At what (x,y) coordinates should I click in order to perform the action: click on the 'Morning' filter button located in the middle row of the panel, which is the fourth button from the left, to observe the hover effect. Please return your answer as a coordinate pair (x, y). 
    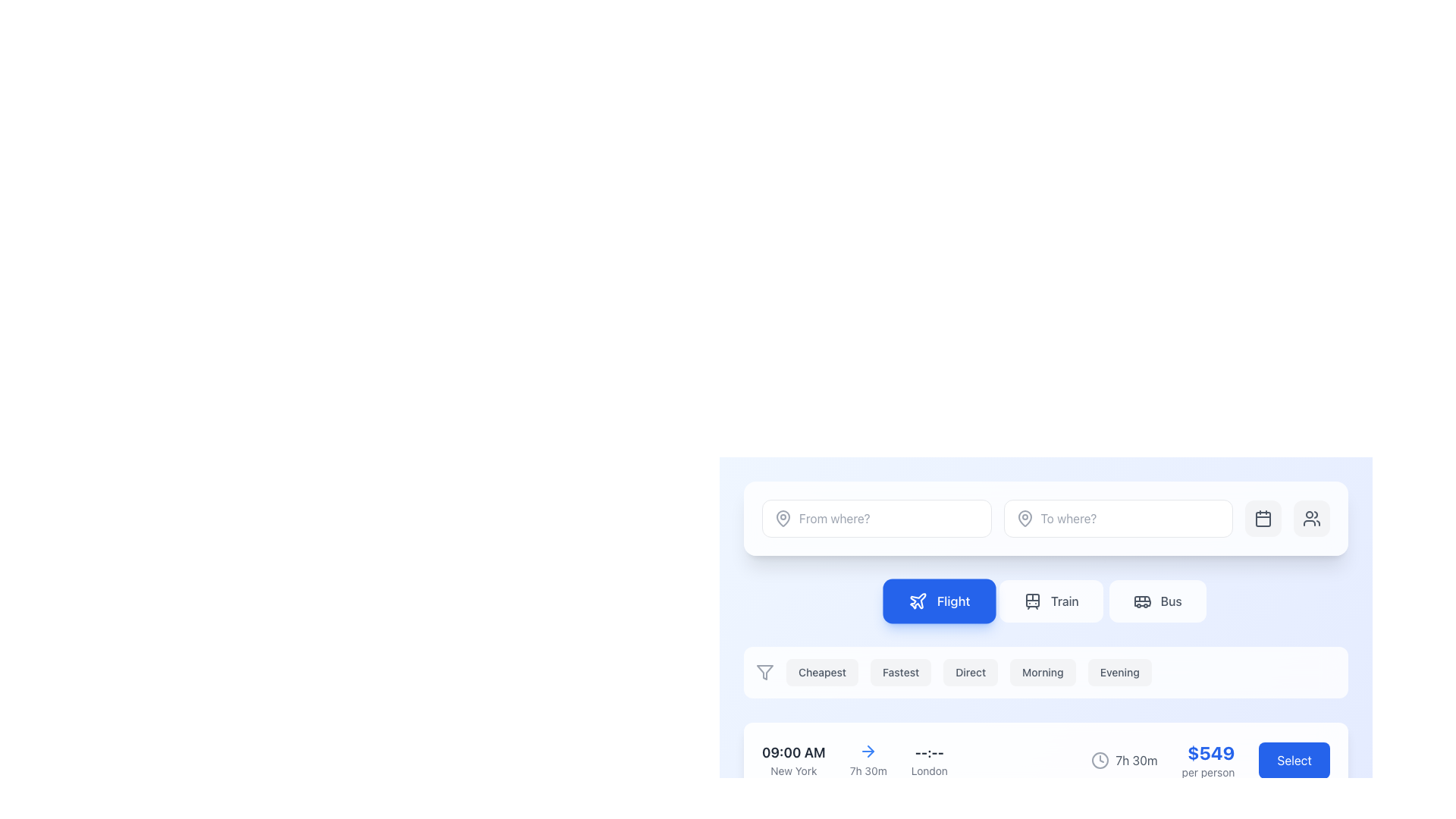
    Looking at the image, I should click on (1042, 672).